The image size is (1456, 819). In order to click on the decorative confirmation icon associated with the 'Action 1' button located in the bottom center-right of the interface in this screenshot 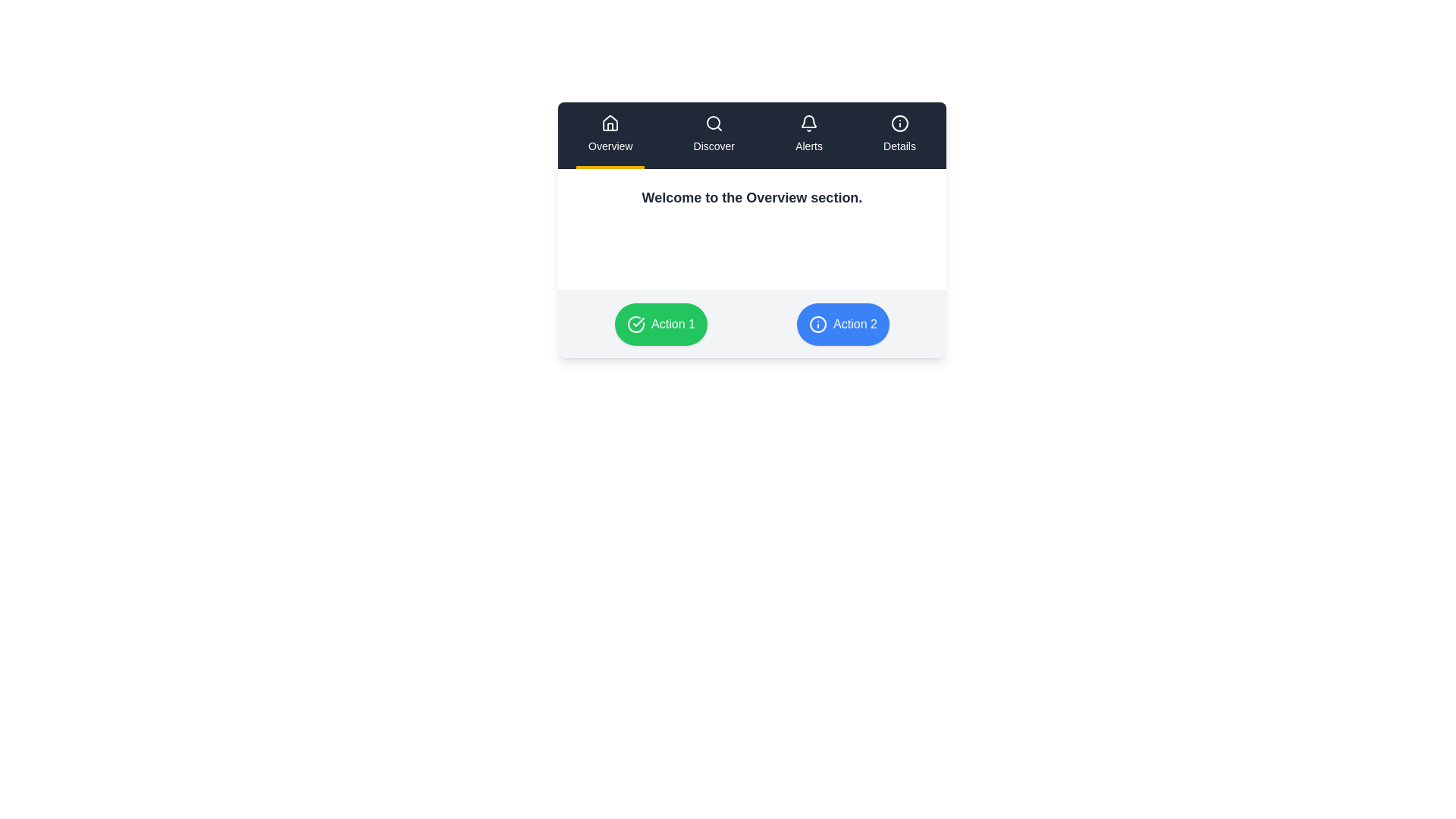, I will do `click(639, 321)`.